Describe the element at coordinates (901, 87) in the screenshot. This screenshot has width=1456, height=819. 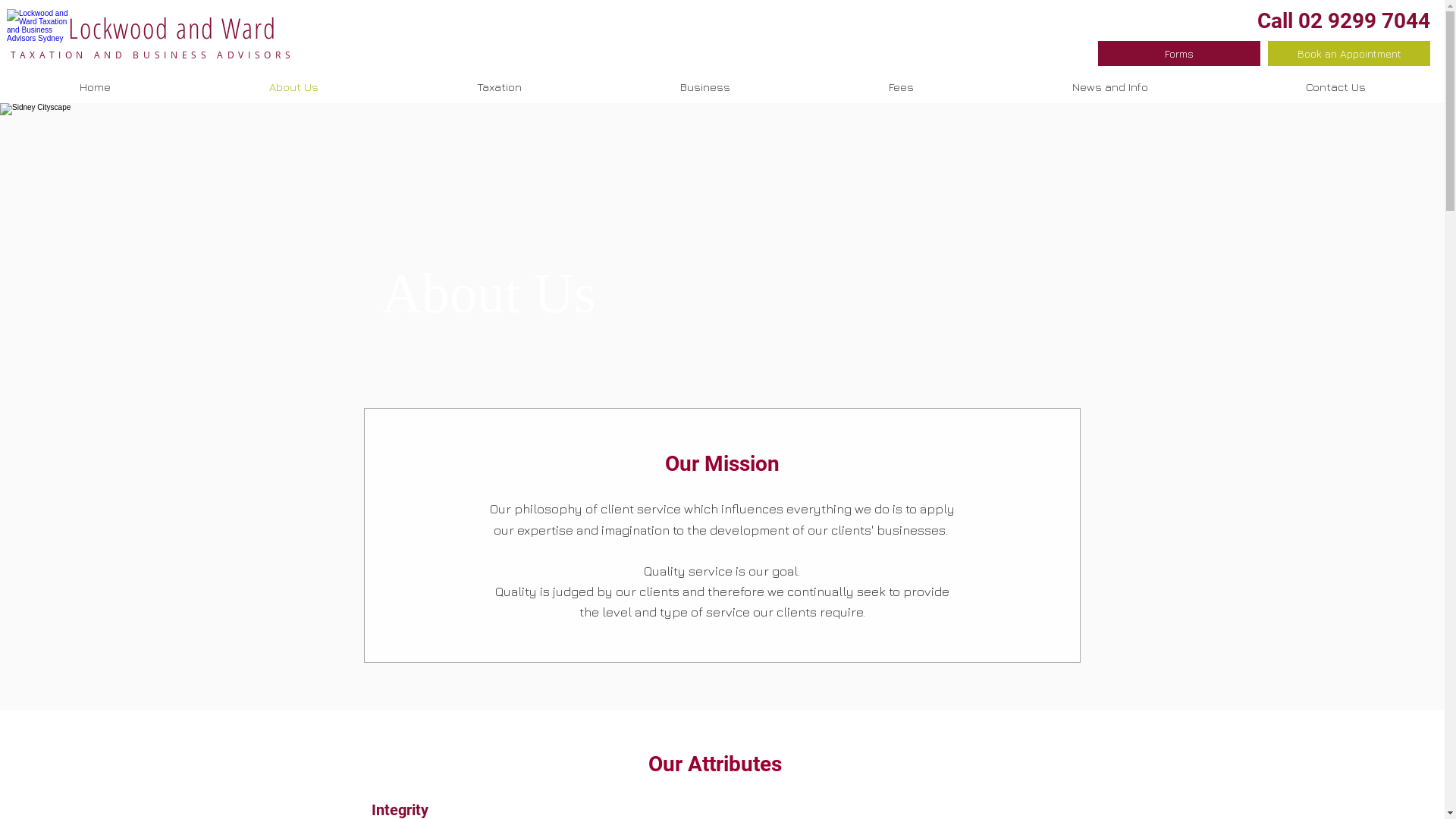
I see `'Fees'` at that location.